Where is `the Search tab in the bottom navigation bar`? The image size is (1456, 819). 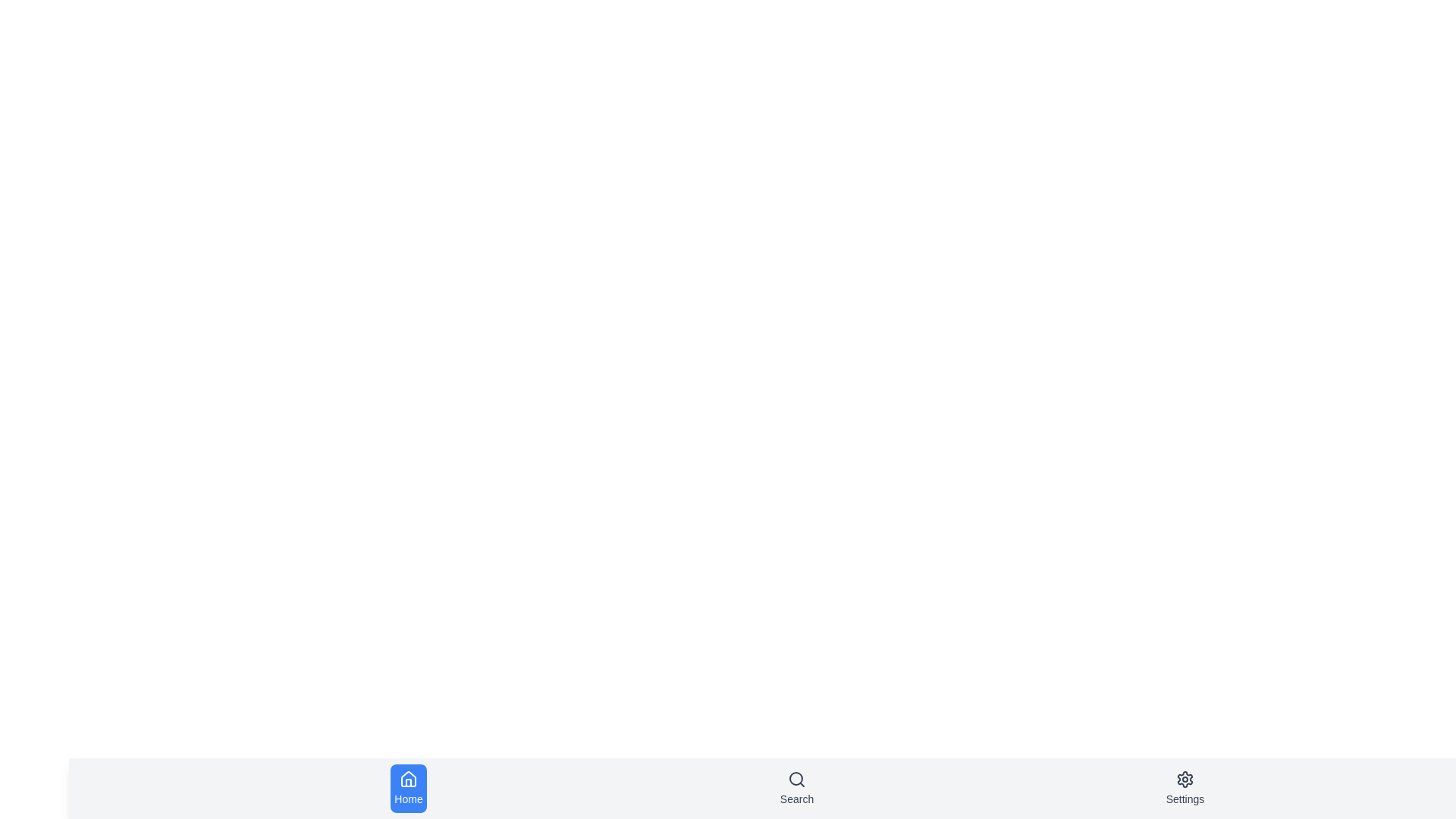 the Search tab in the bottom navigation bar is located at coordinates (796, 788).